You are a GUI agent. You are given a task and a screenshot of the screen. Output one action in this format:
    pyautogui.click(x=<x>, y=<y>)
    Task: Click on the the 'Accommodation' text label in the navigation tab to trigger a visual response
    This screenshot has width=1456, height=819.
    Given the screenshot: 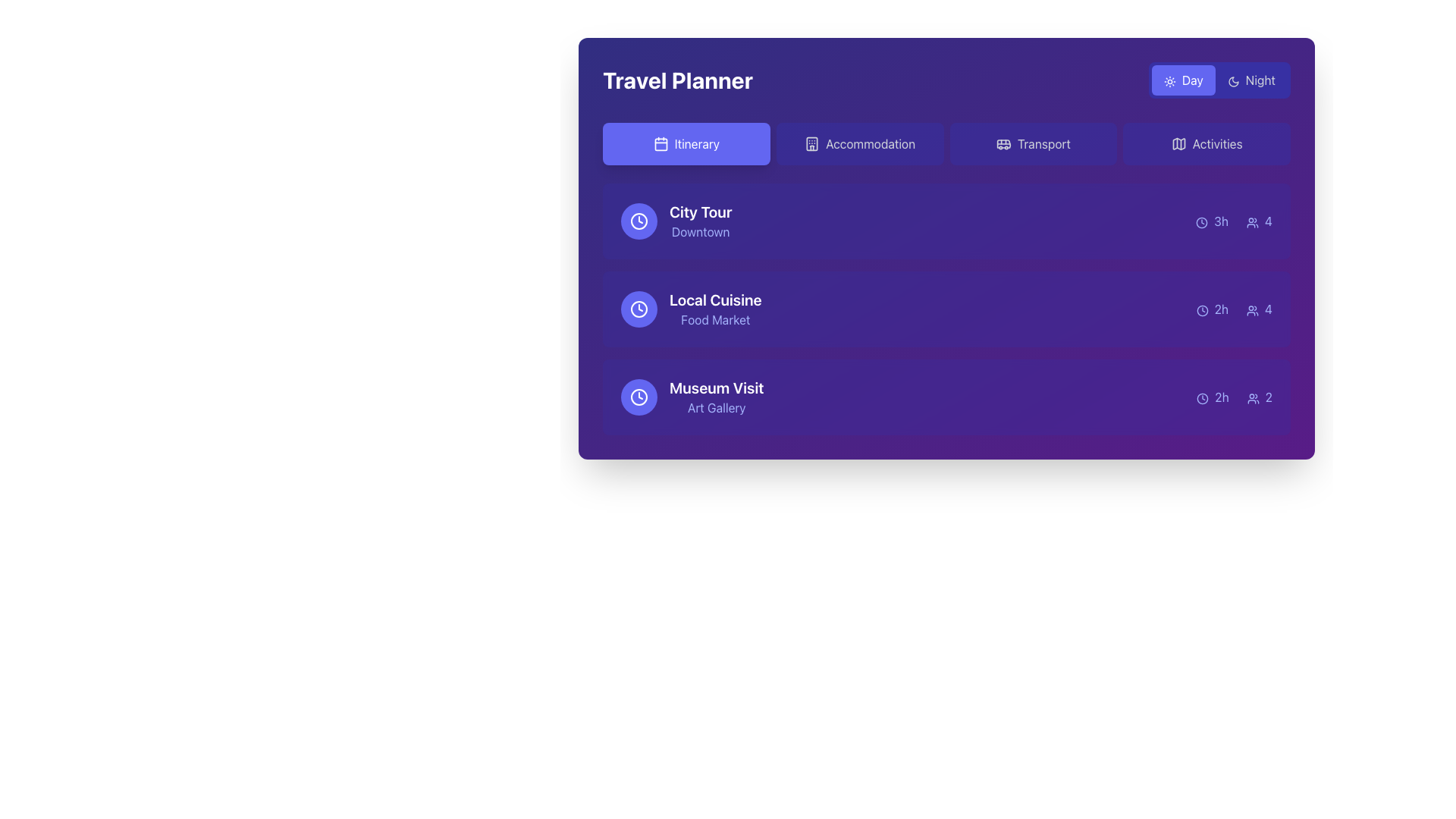 What is the action you would take?
    pyautogui.click(x=871, y=143)
    